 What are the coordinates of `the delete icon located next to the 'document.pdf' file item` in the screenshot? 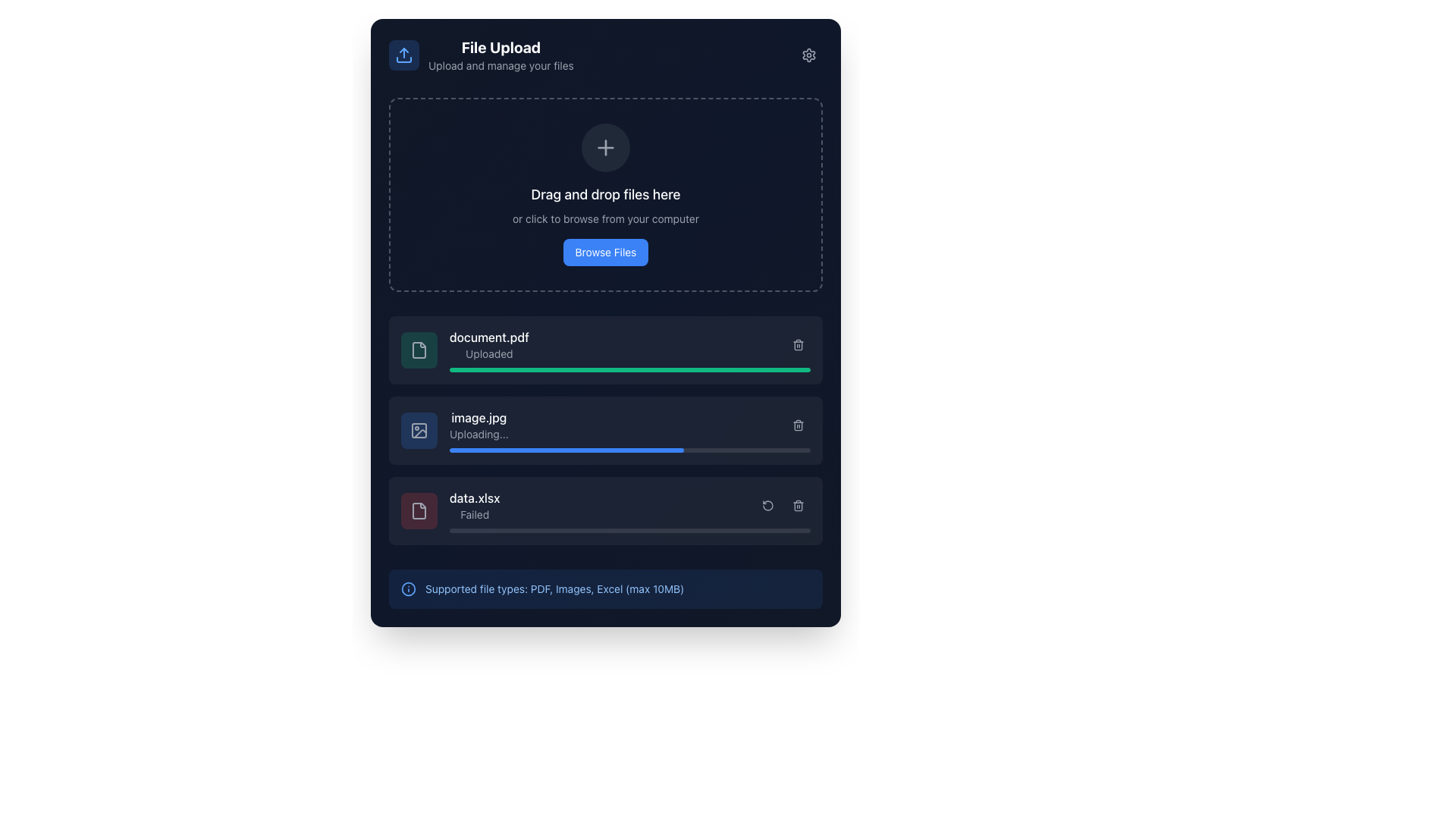 It's located at (797, 345).